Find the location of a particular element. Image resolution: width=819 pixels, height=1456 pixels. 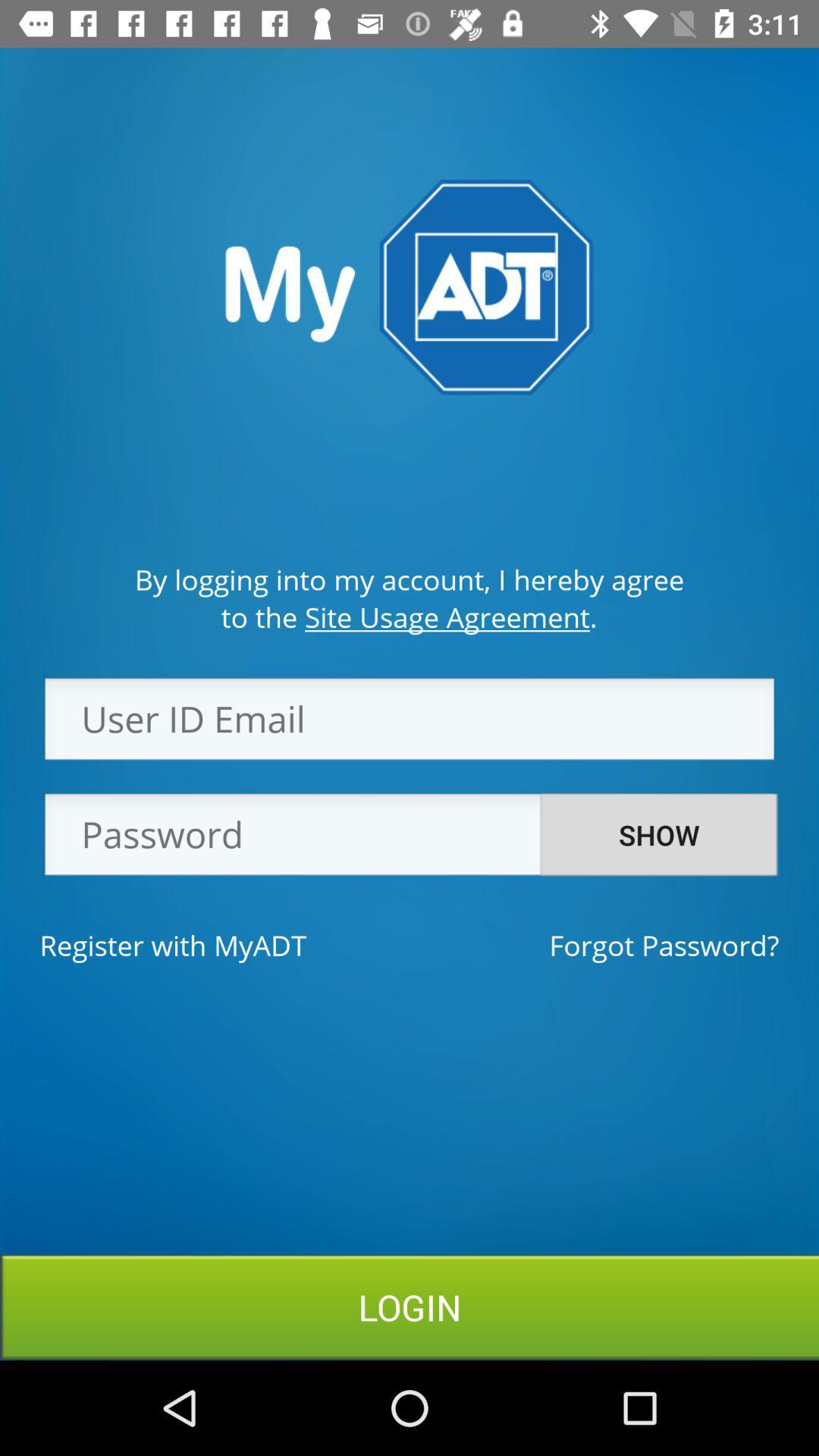

the forgot password? icon is located at coordinates (663, 944).